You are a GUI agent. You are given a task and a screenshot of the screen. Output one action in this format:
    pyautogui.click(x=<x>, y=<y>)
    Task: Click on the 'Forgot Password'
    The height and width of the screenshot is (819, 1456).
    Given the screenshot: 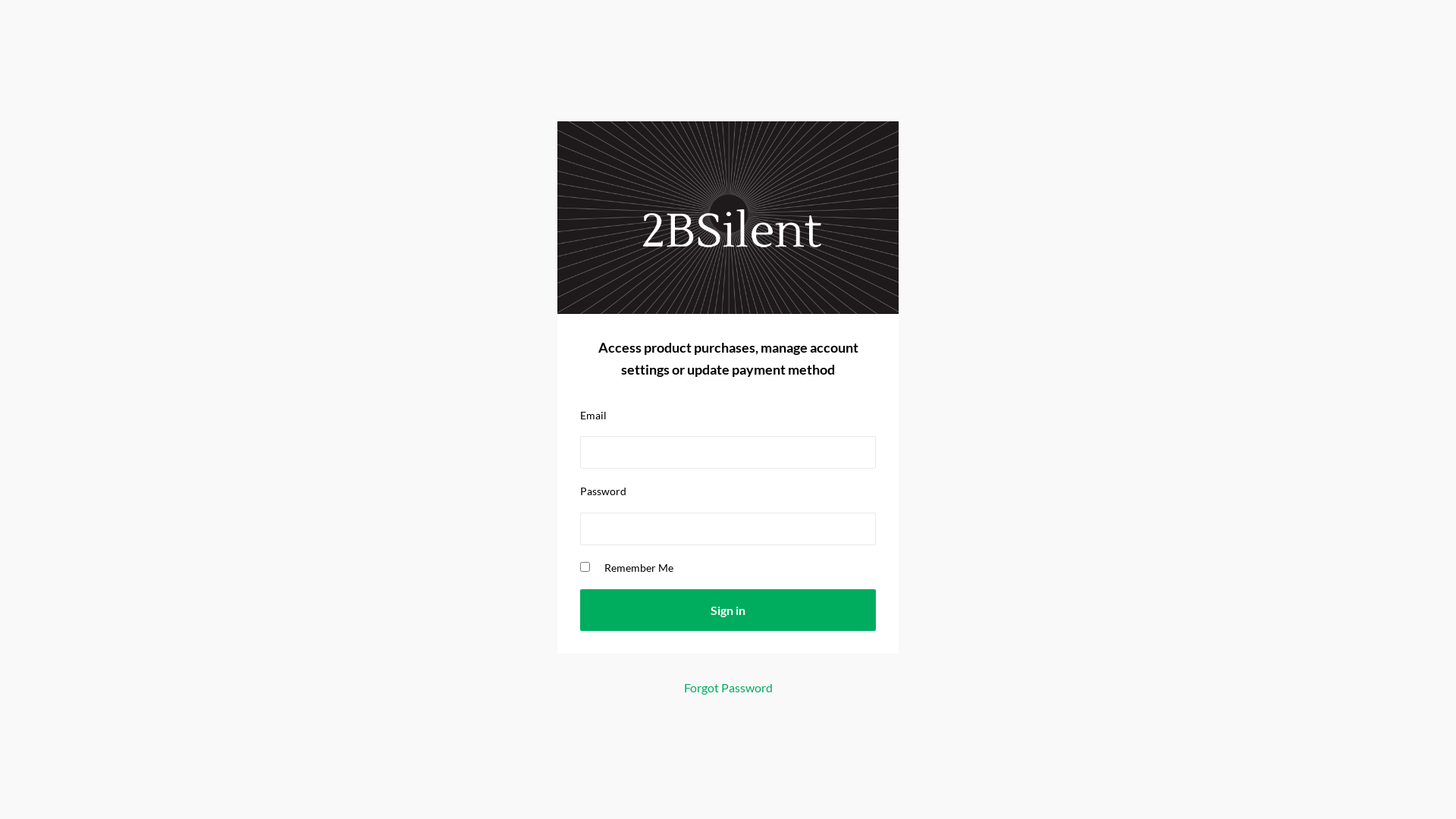 What is the action you would take?
    pyautogui.click(x=728, y=687)
    